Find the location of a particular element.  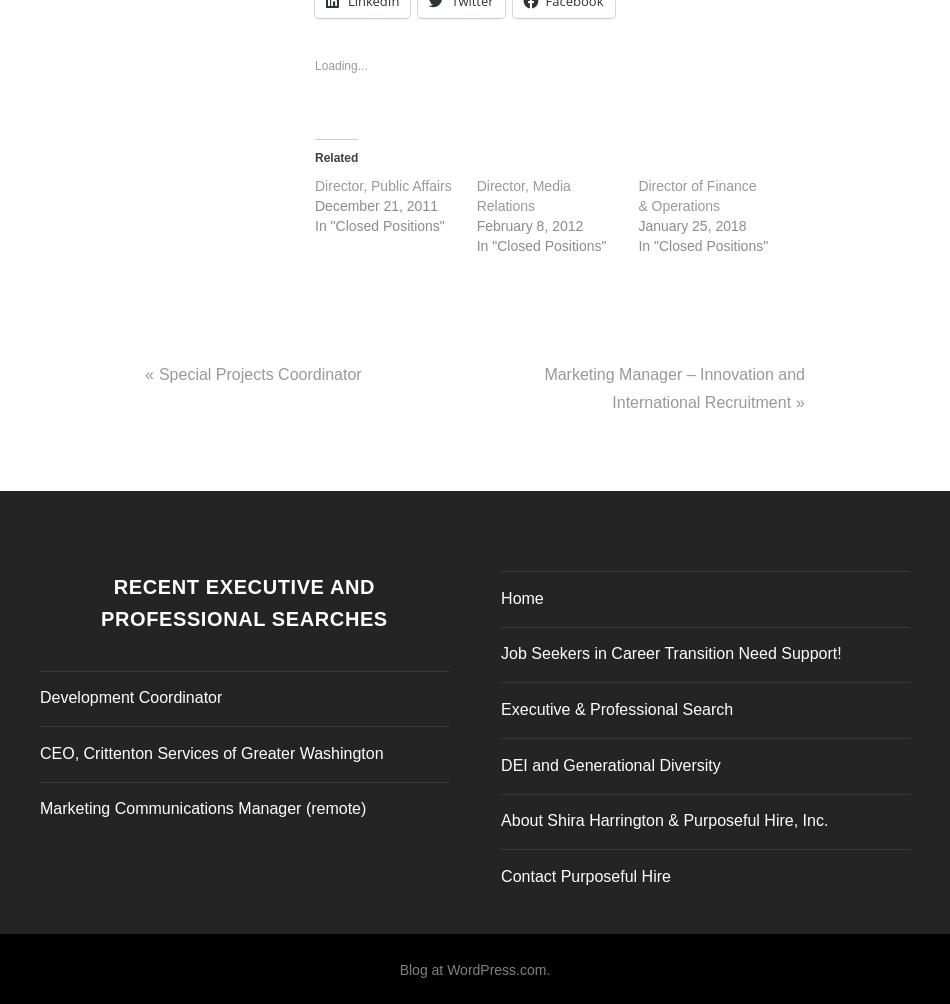

'Development Coordinator' is located at coordinates (131, 691).